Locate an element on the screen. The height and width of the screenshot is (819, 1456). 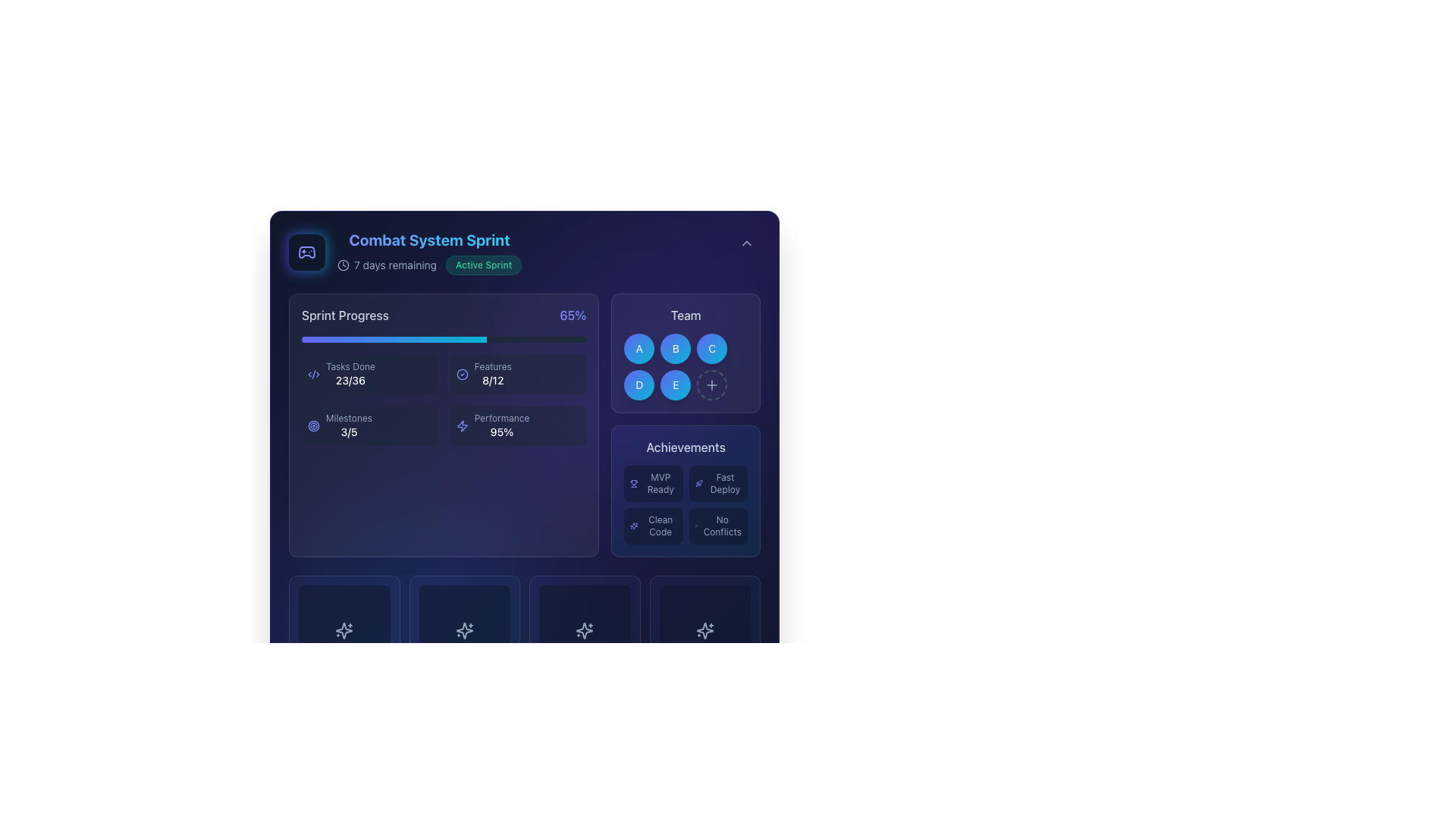
the progress text displaying '3 out of 5' located in the 'Milestones' section, directly below the 'Milestones' title in the 'Sprint Progress' area is located at coordinates (348, 432).